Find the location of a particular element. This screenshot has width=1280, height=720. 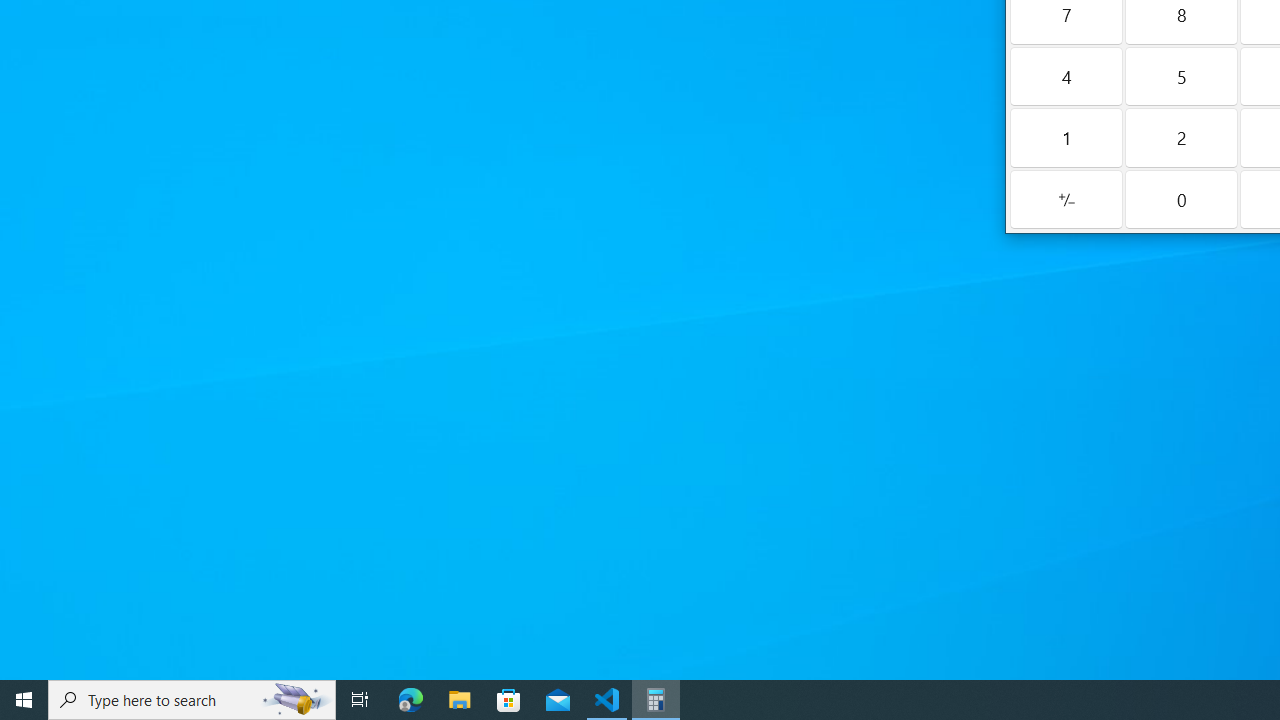

'One' is located at coordinates (1065, 136).